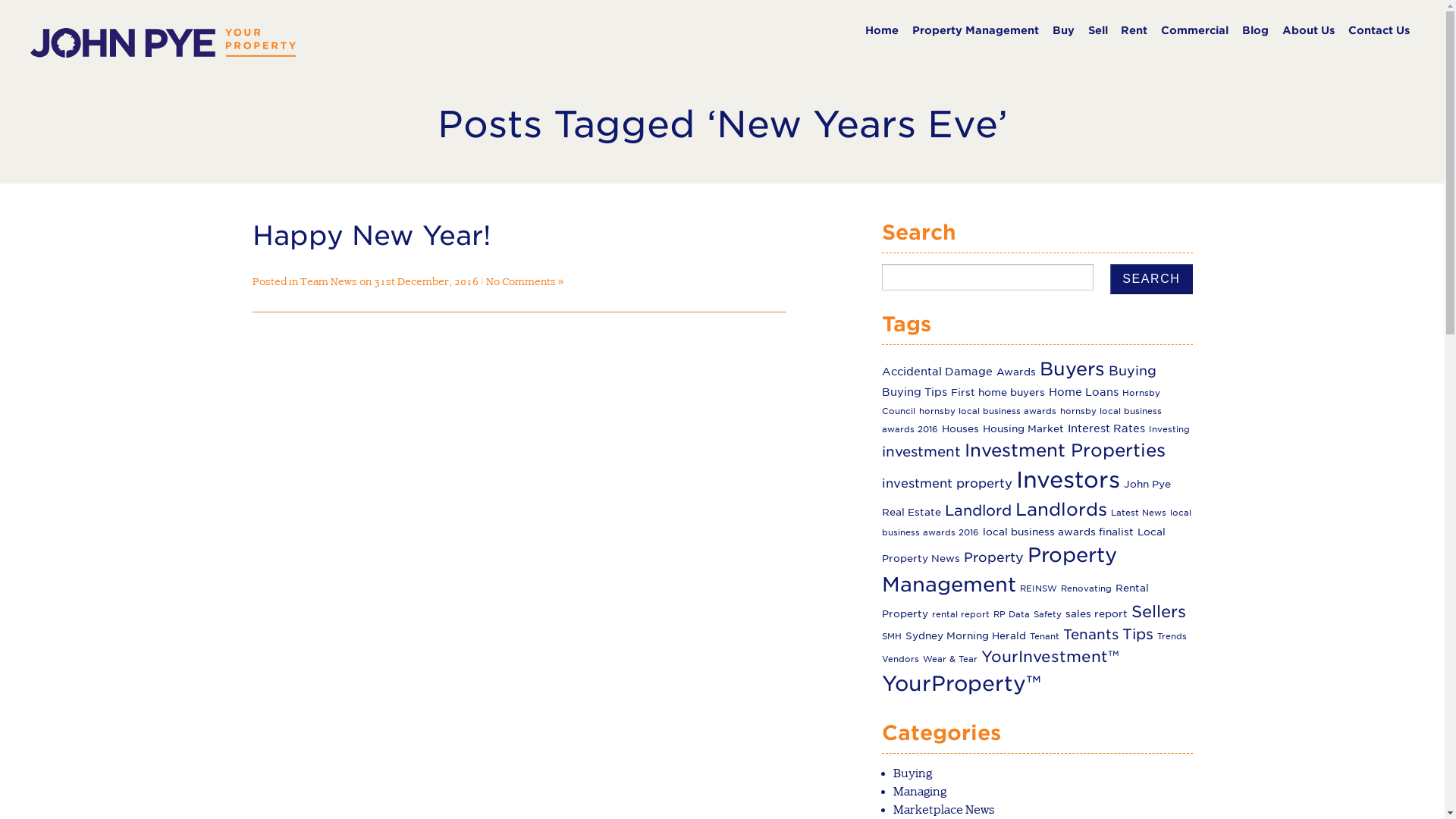 This screenshot has height=819, width=1456. What do you see at coordinates (999, 570) in the screenshot?
I see `'Property Management'` at bounding box center [999, 570].